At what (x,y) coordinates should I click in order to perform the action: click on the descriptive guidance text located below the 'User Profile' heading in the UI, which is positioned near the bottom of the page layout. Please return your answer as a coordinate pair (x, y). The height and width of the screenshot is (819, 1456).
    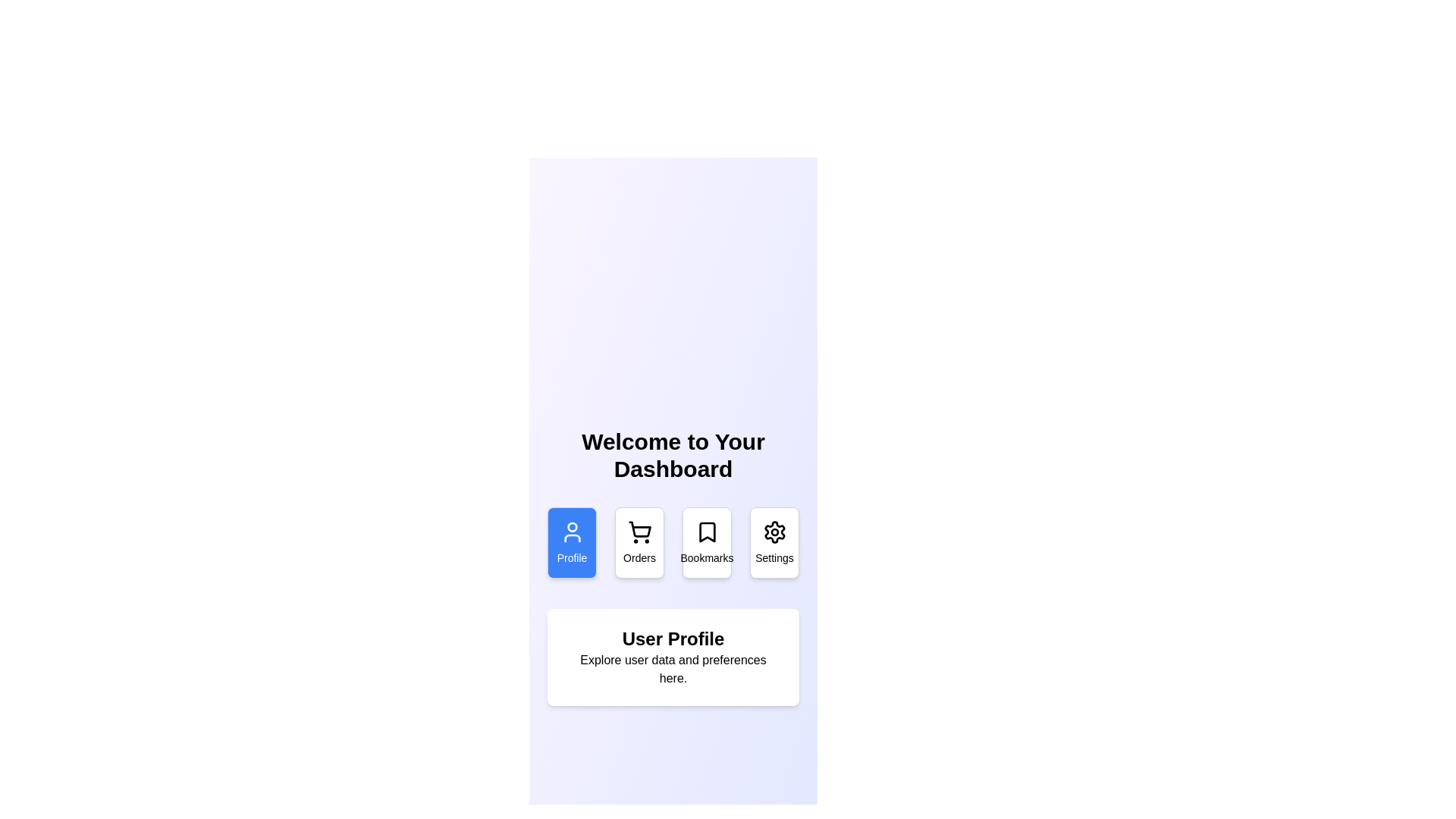
    Looking at the image, I should click on (673, 669).